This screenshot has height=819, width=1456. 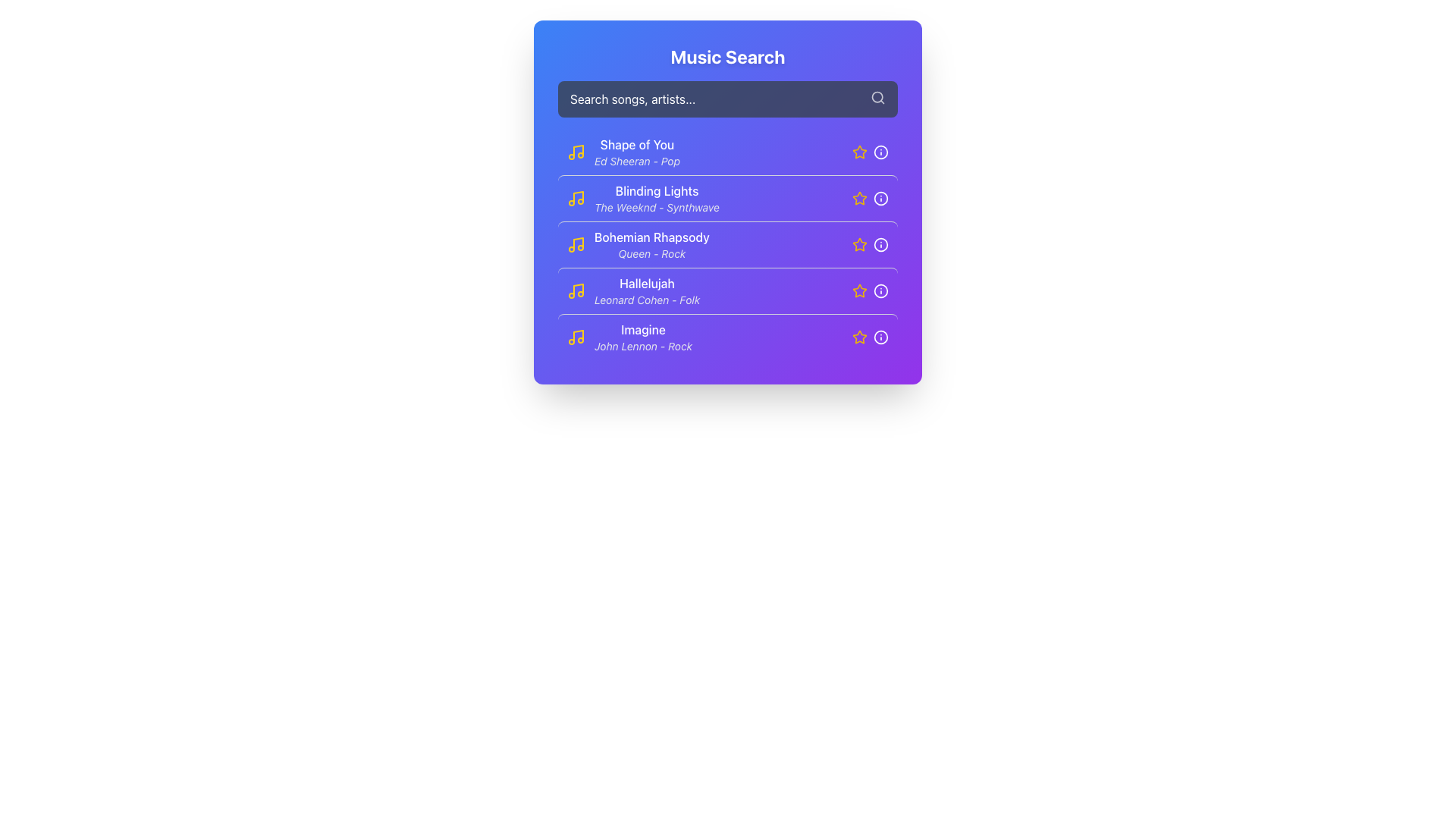 I want to click on the text label displaying 'John Lennon - Rock' in a small italicized gray font, located beneath the song title 'Imagine' in the music search interface, so click(x=643, y=346).